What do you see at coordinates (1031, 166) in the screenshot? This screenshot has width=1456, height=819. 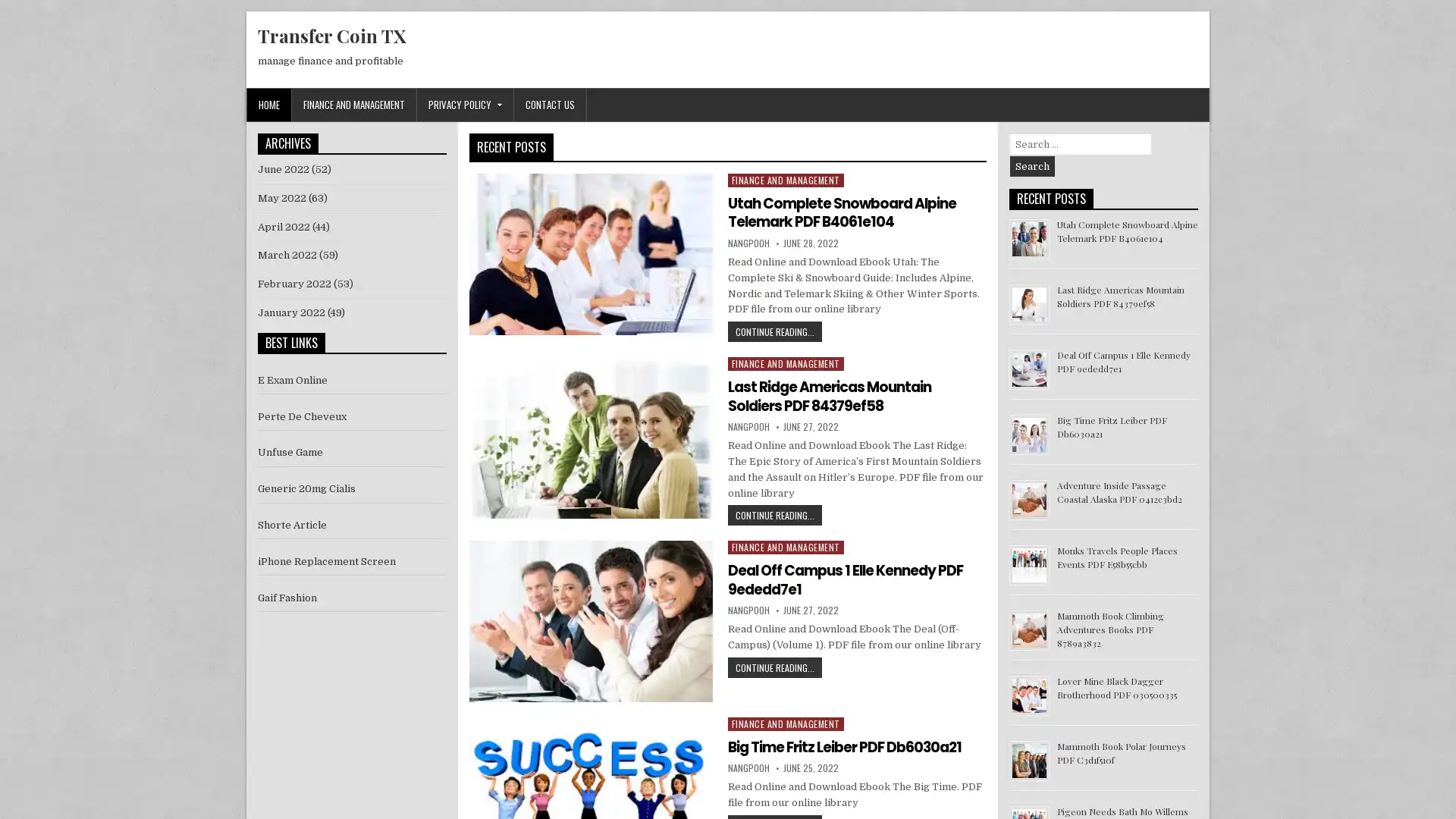 I see `Search` at bounding box center [1031, 166].